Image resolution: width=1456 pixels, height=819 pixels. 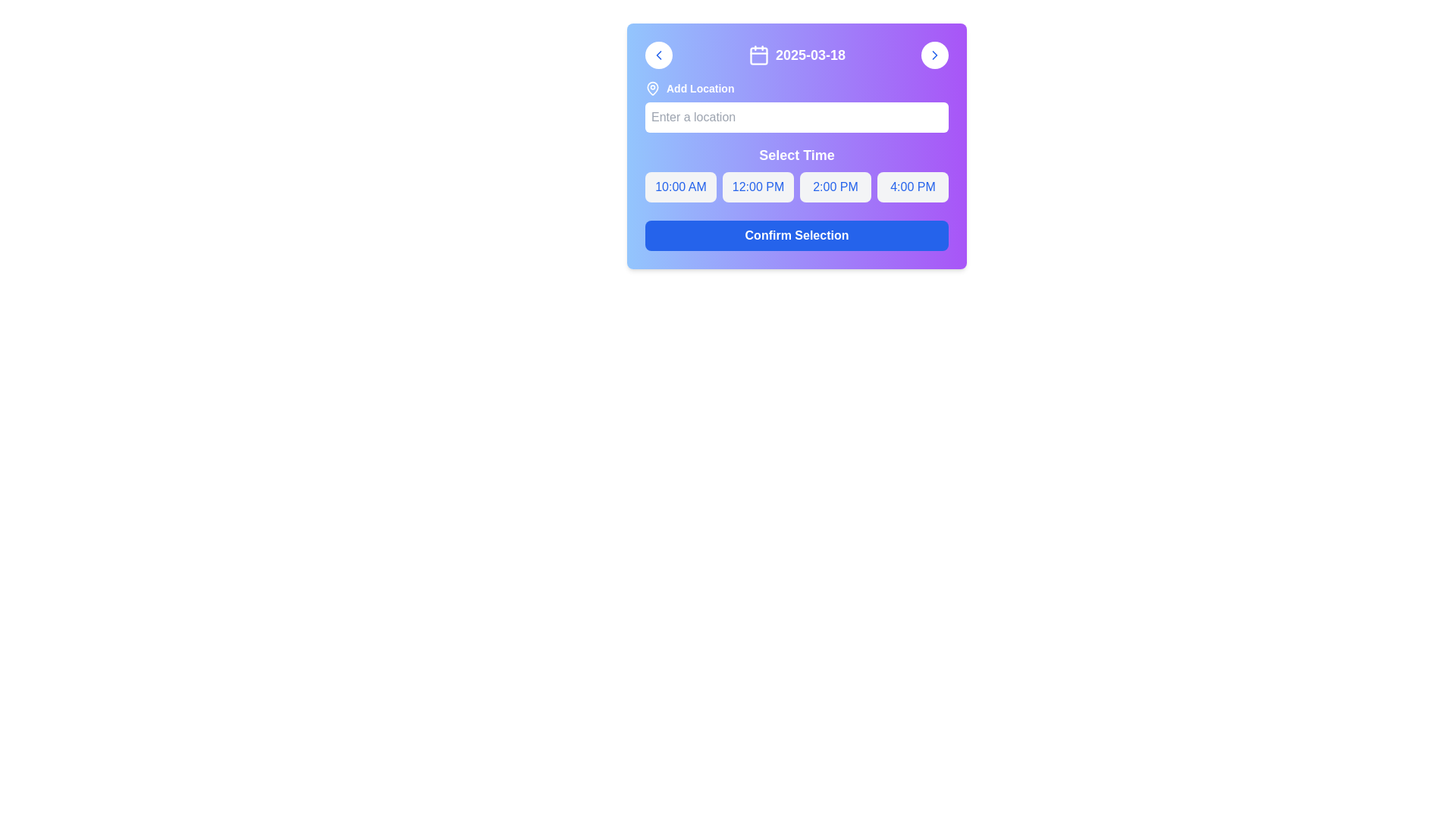 I want to click on the map pin icon located to the left of the 'Add Location' text in the modal, which is styled with a minimalistic line-art design, so click(x=652, y=88).